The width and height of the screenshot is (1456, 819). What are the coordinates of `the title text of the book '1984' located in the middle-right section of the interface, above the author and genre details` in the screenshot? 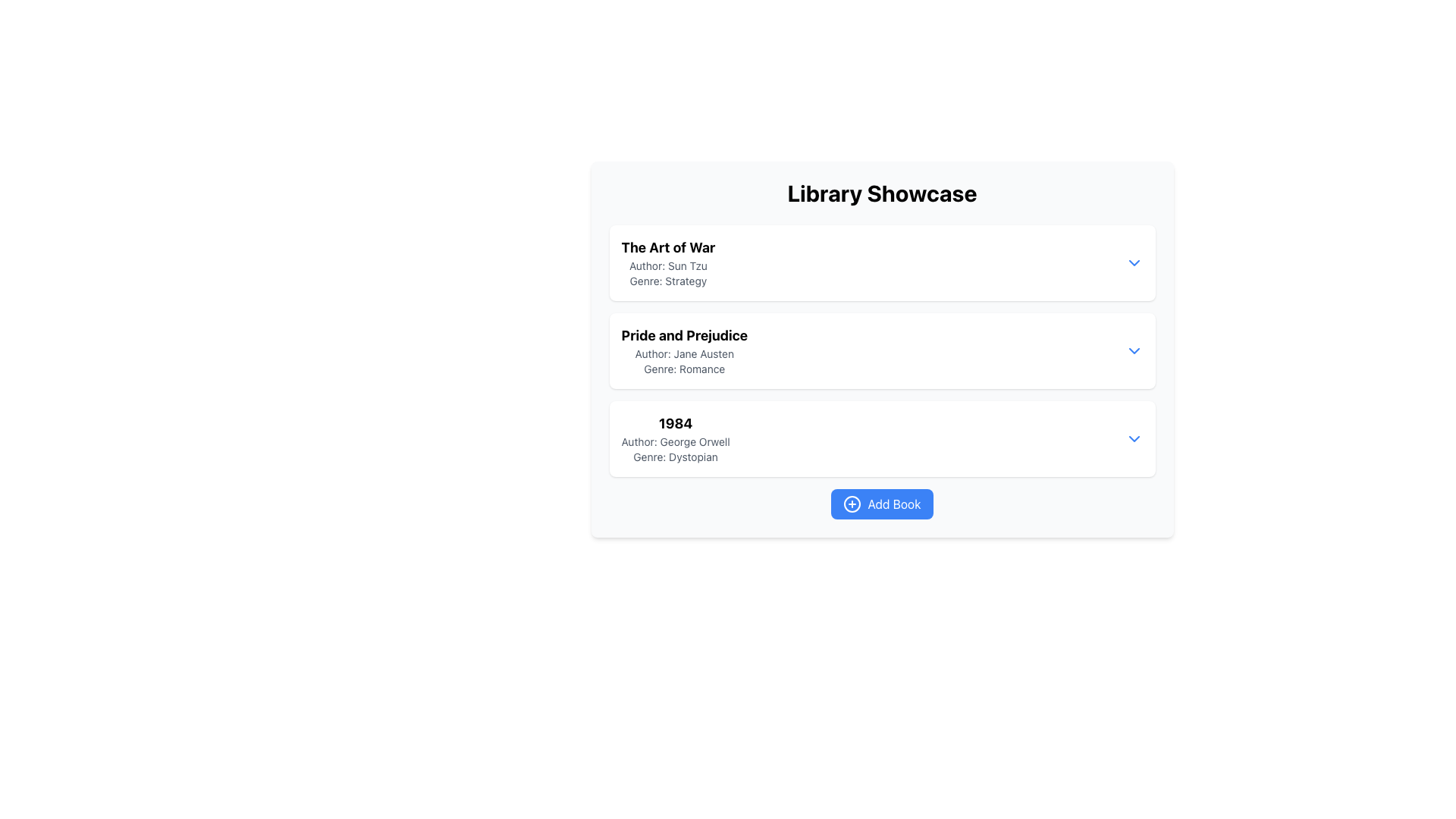 It's located at (675, 424).